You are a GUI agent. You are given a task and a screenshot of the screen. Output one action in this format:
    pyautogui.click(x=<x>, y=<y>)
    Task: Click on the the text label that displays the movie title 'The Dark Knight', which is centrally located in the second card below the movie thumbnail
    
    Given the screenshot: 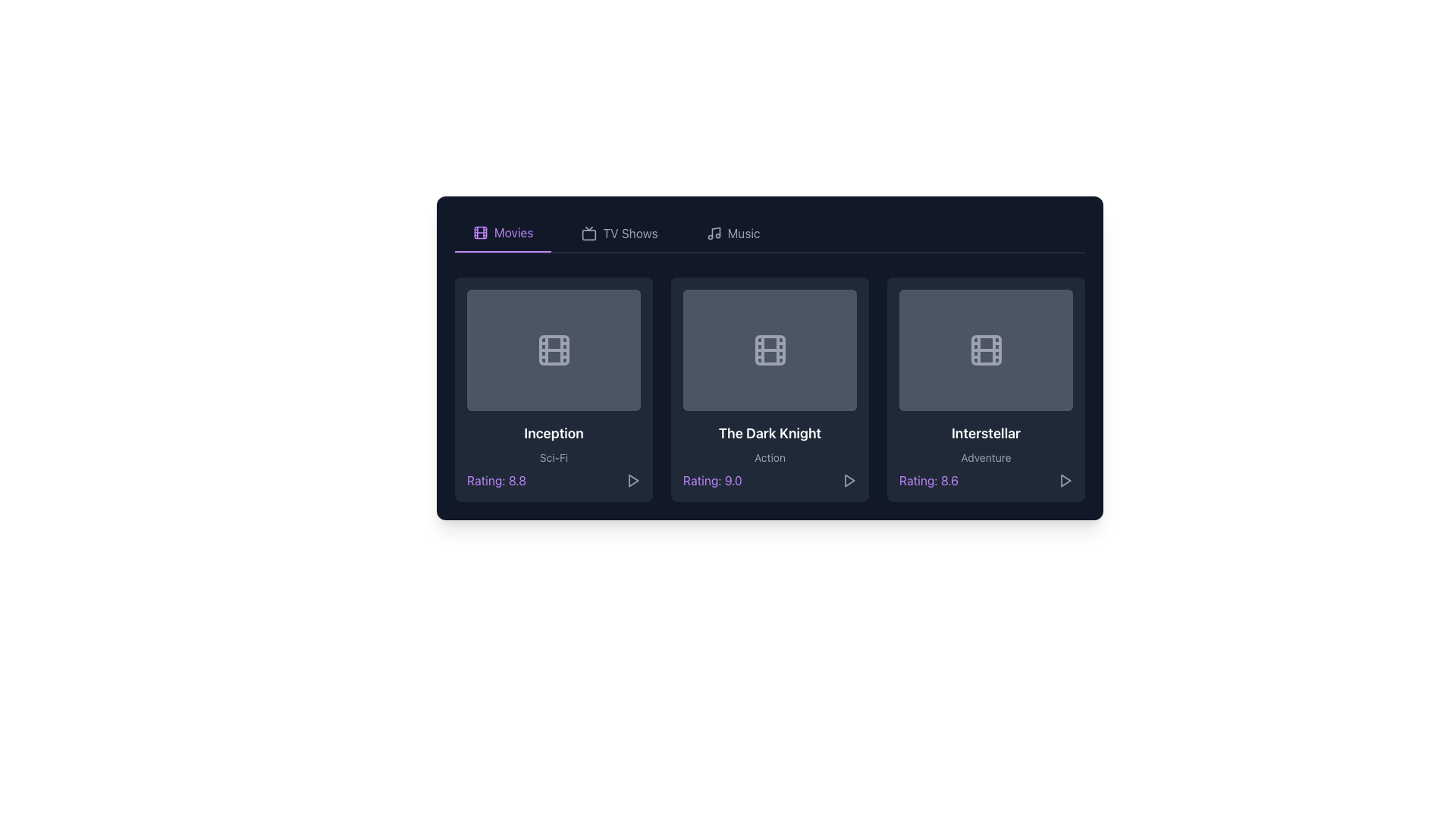 What is the action you would take?
    pyautogui.click(x=770, y=433)
    